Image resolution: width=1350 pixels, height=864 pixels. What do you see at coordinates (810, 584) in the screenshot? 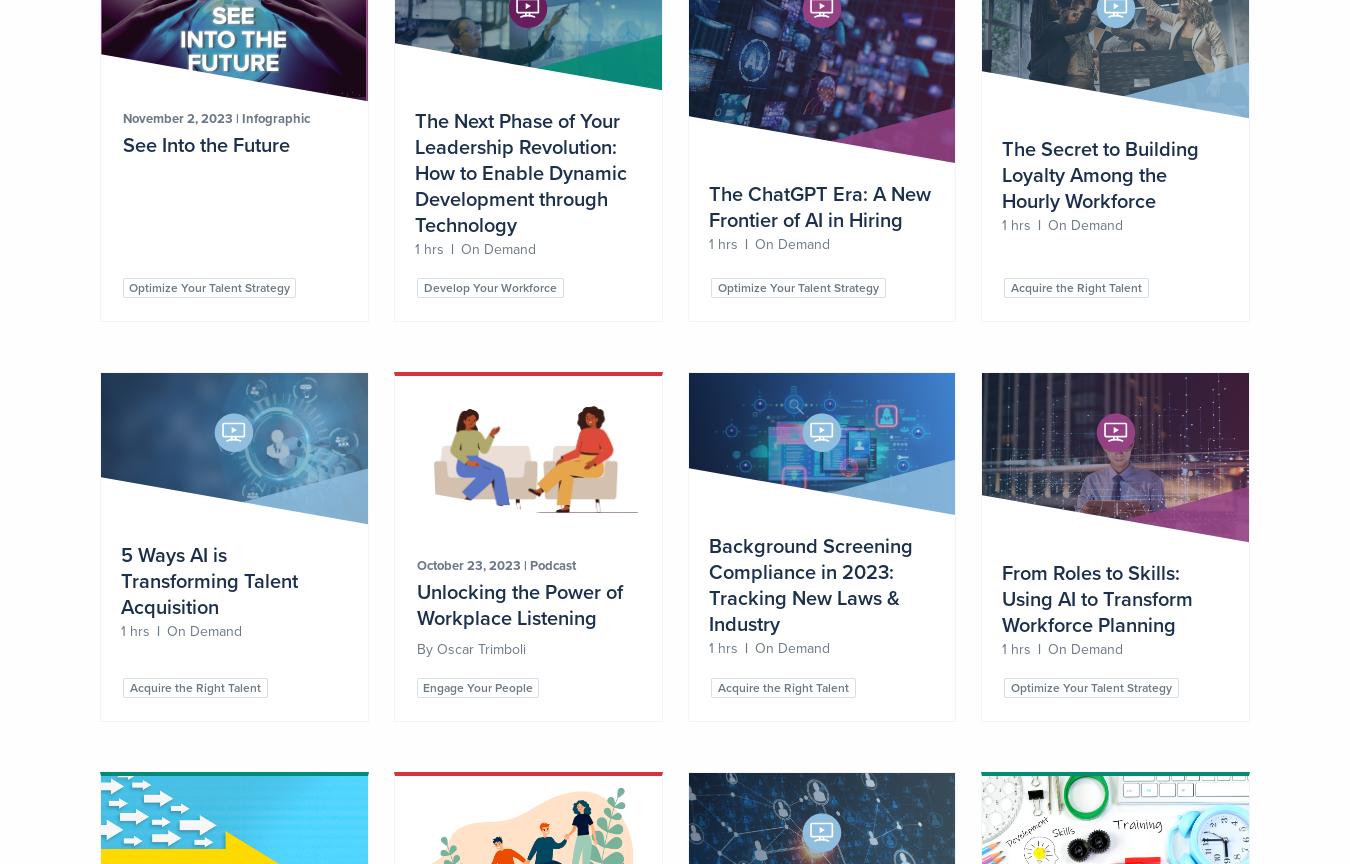
I see `'Background Screening Compliance in 2023: Tracking New Laws & Industry'` at bounding box center [810, 584].